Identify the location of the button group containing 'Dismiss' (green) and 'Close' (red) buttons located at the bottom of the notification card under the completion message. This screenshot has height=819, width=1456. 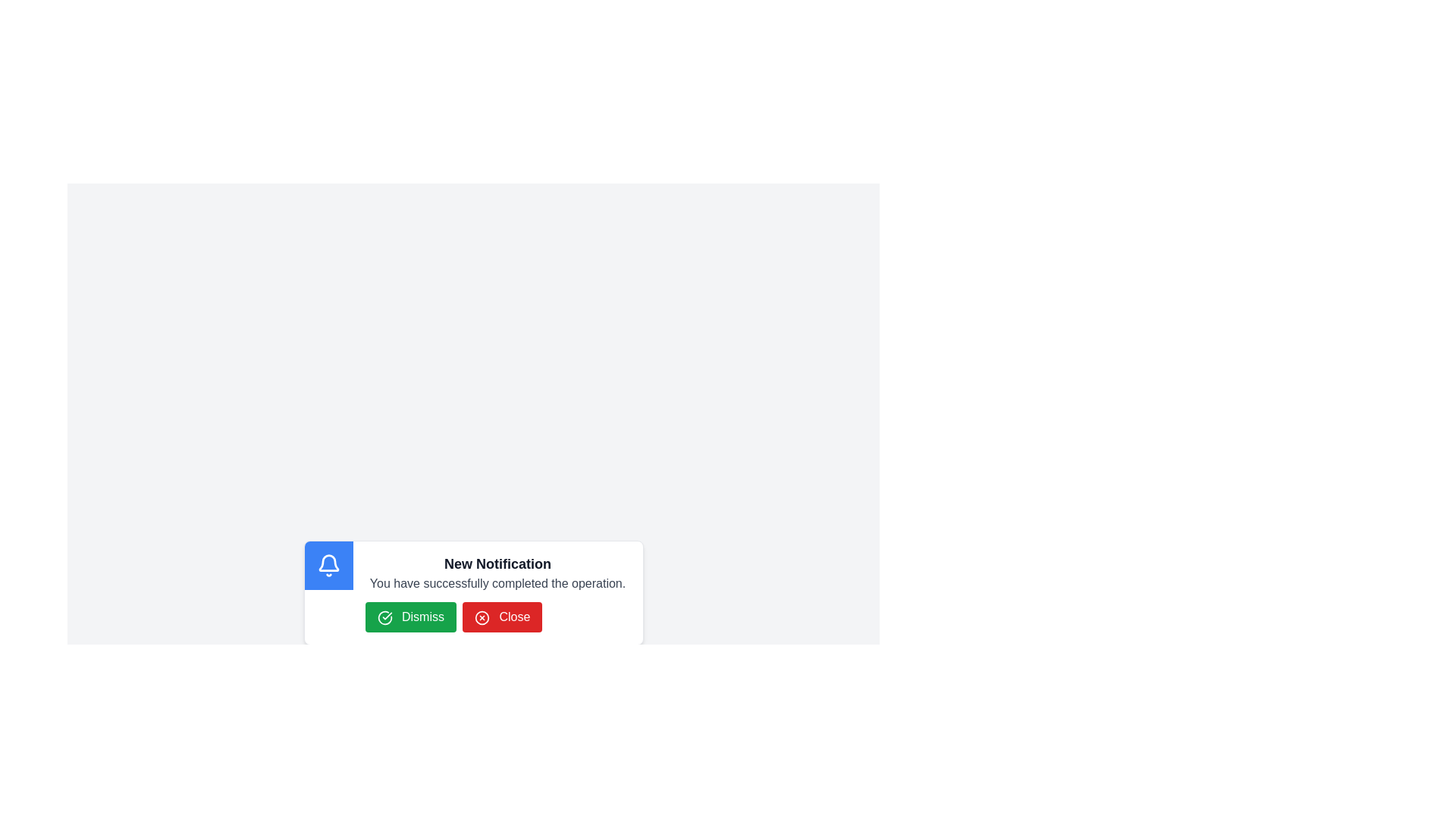
(497, 617).